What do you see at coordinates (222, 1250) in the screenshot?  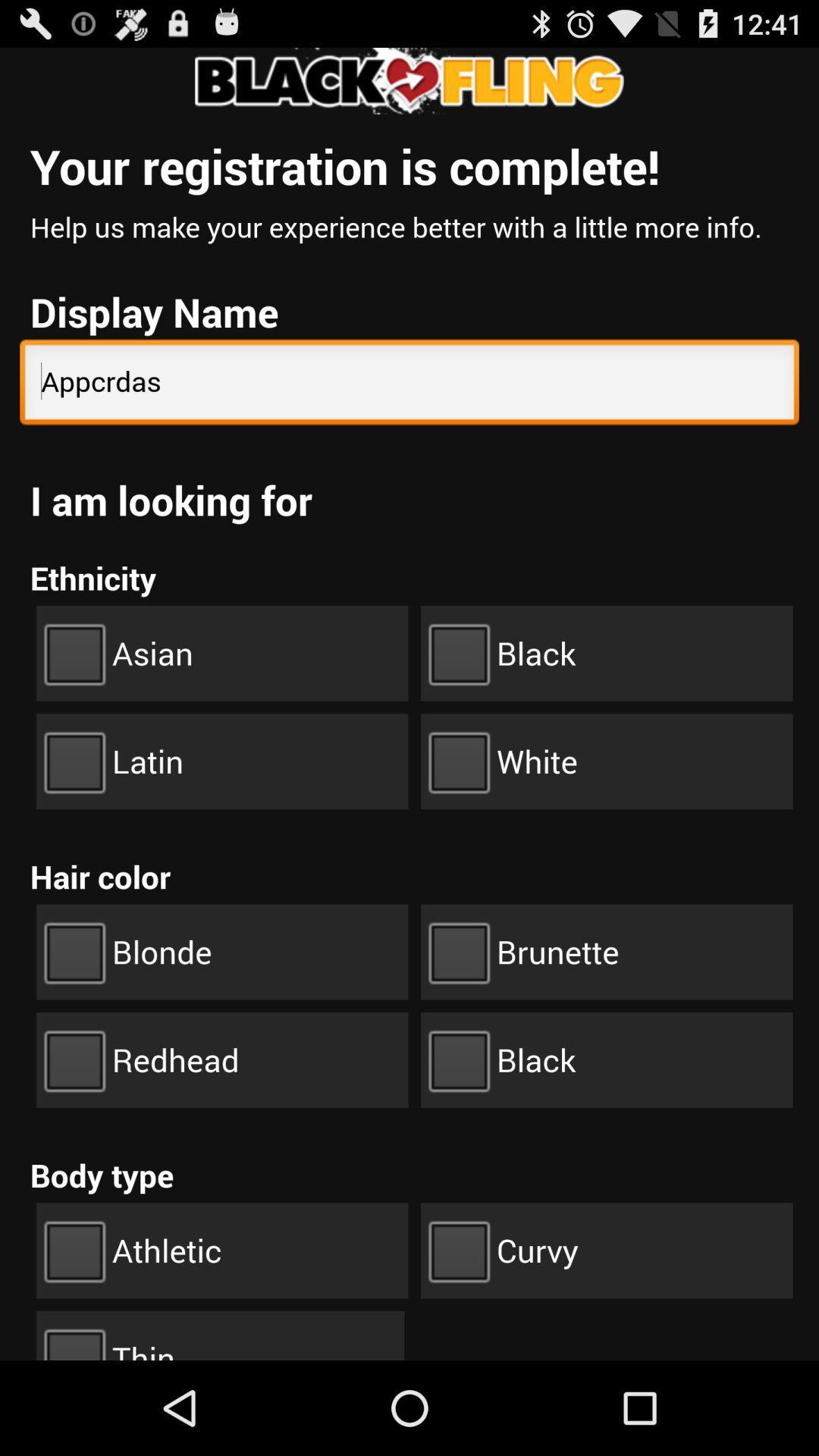 I see `the check box athletic on the web page` at bounding box center [222, 1250].